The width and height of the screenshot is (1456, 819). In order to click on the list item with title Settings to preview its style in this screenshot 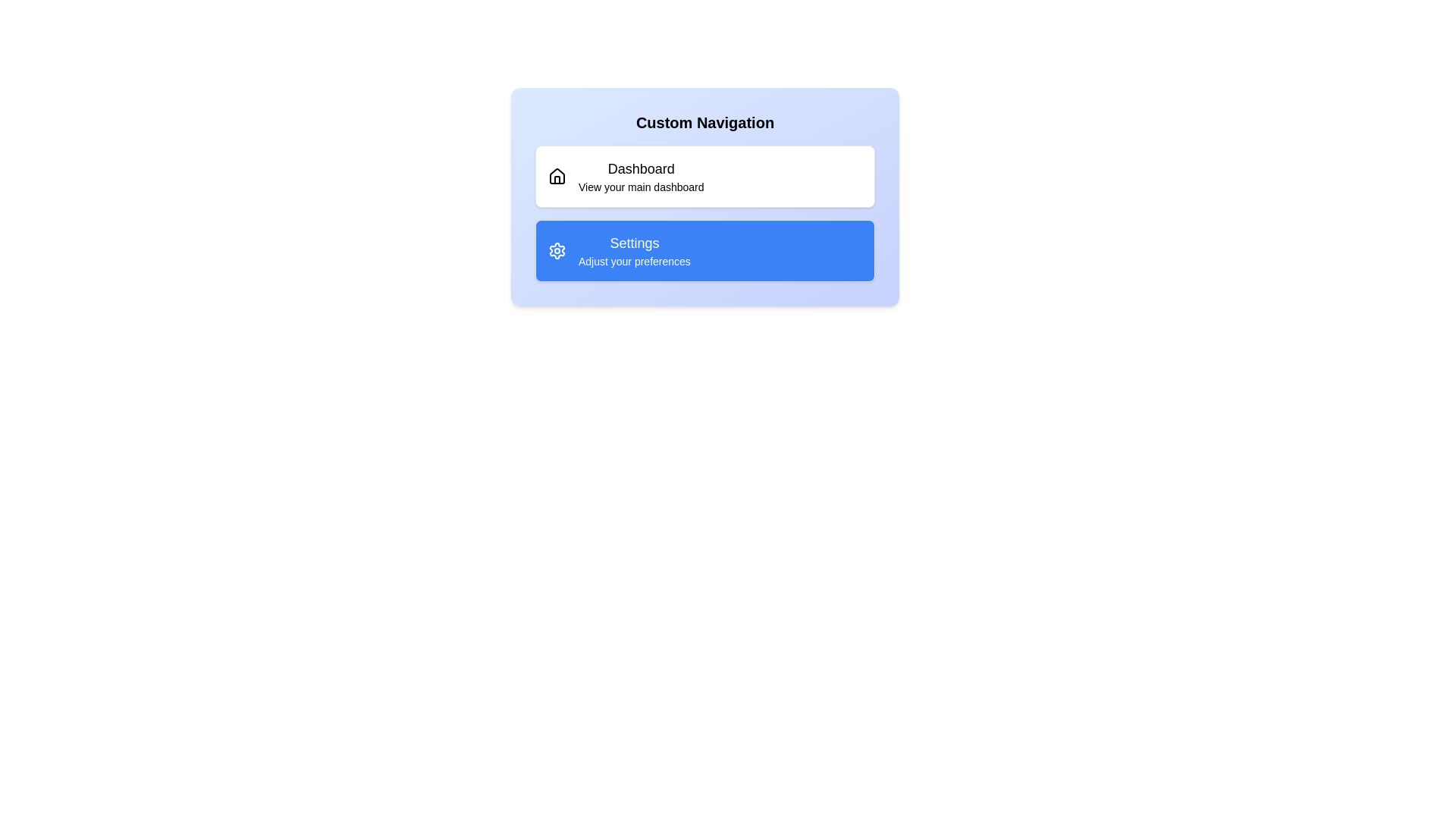, I will do `click(704, 250)`.